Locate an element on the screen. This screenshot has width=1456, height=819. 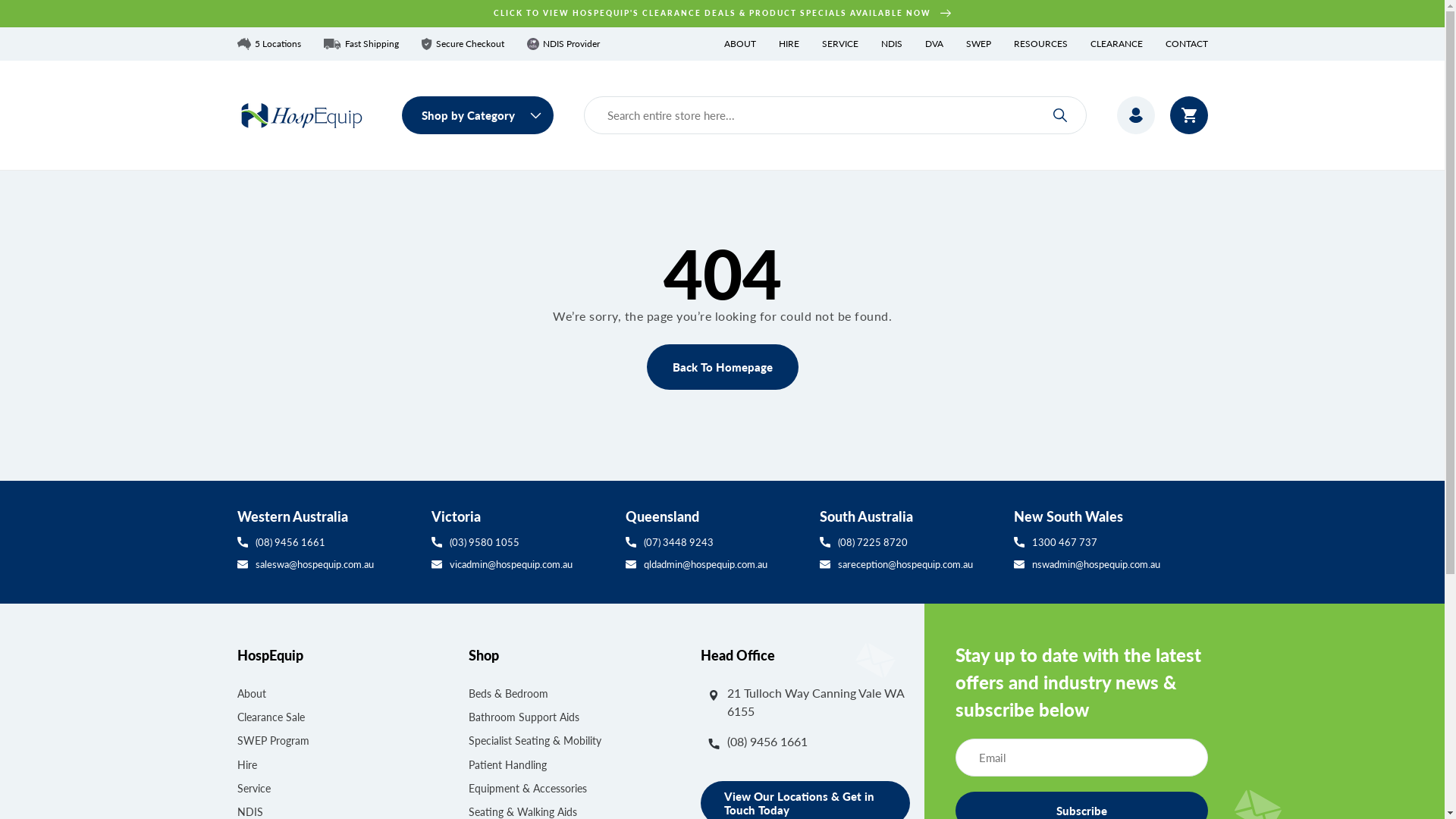
'SERVICE' is located at coordinates (839, 42).